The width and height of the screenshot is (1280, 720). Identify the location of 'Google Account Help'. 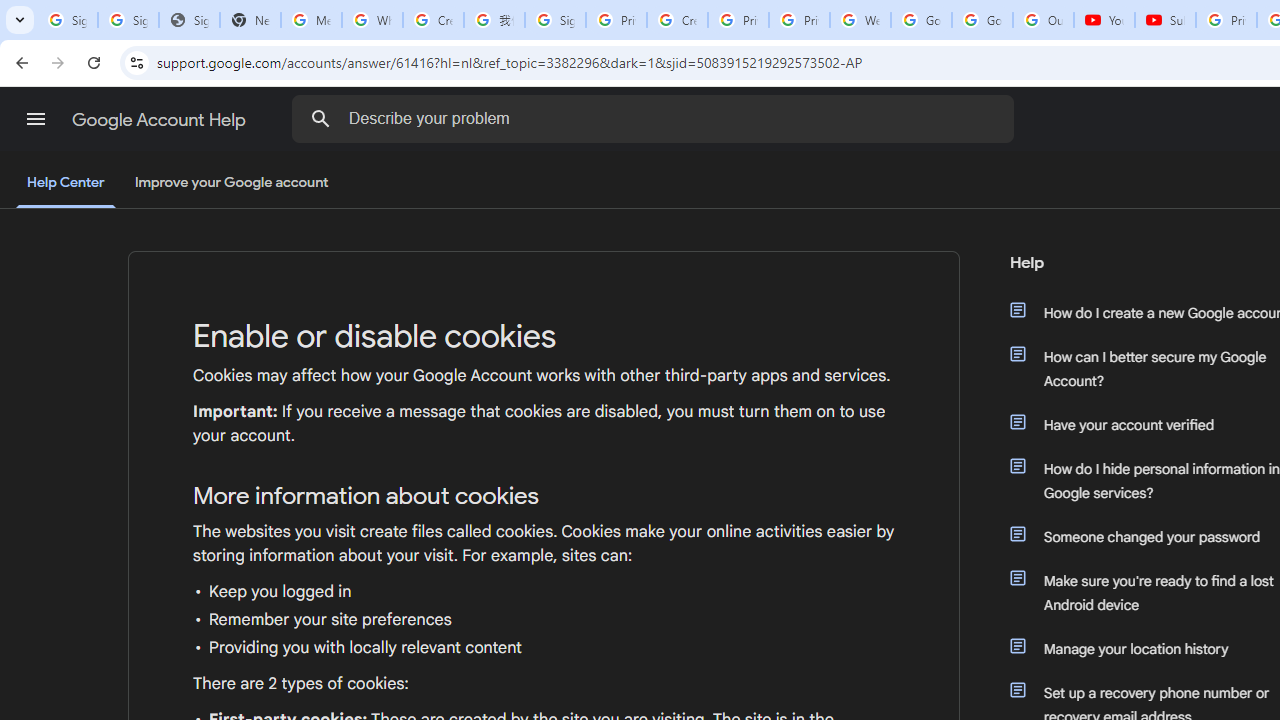
(160, 119).